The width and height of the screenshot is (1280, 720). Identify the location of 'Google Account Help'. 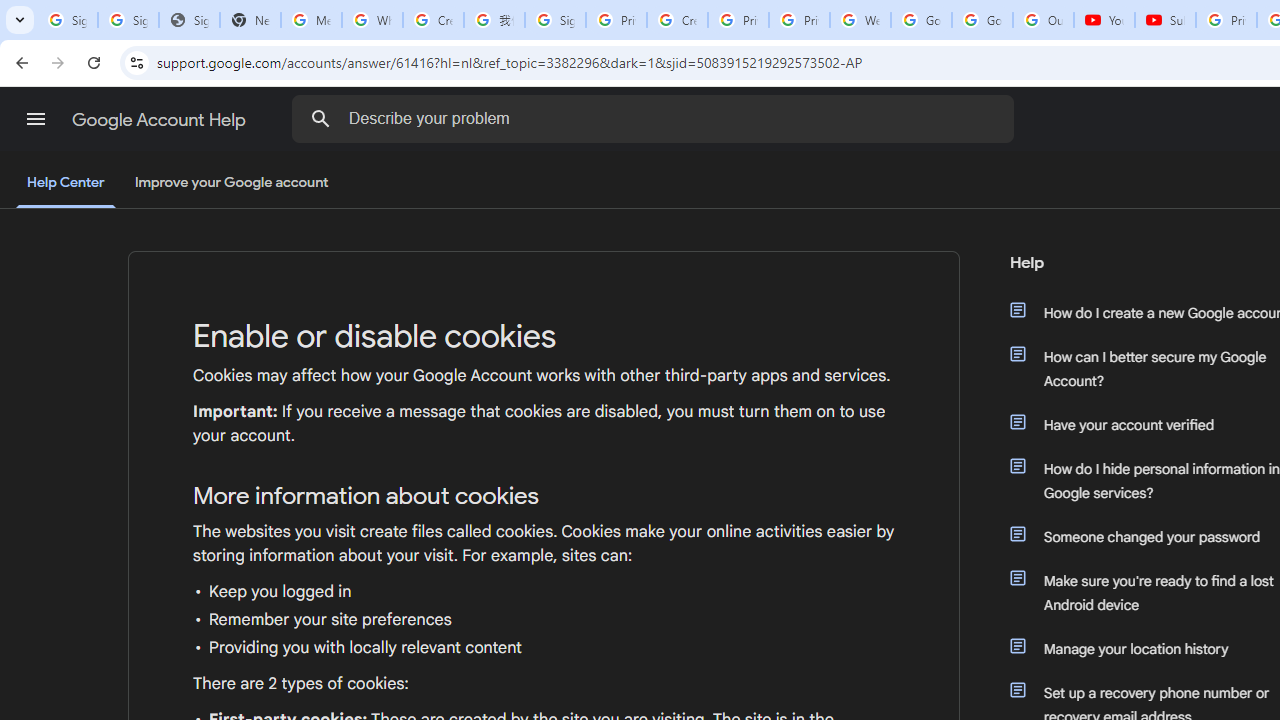
(160, 119).